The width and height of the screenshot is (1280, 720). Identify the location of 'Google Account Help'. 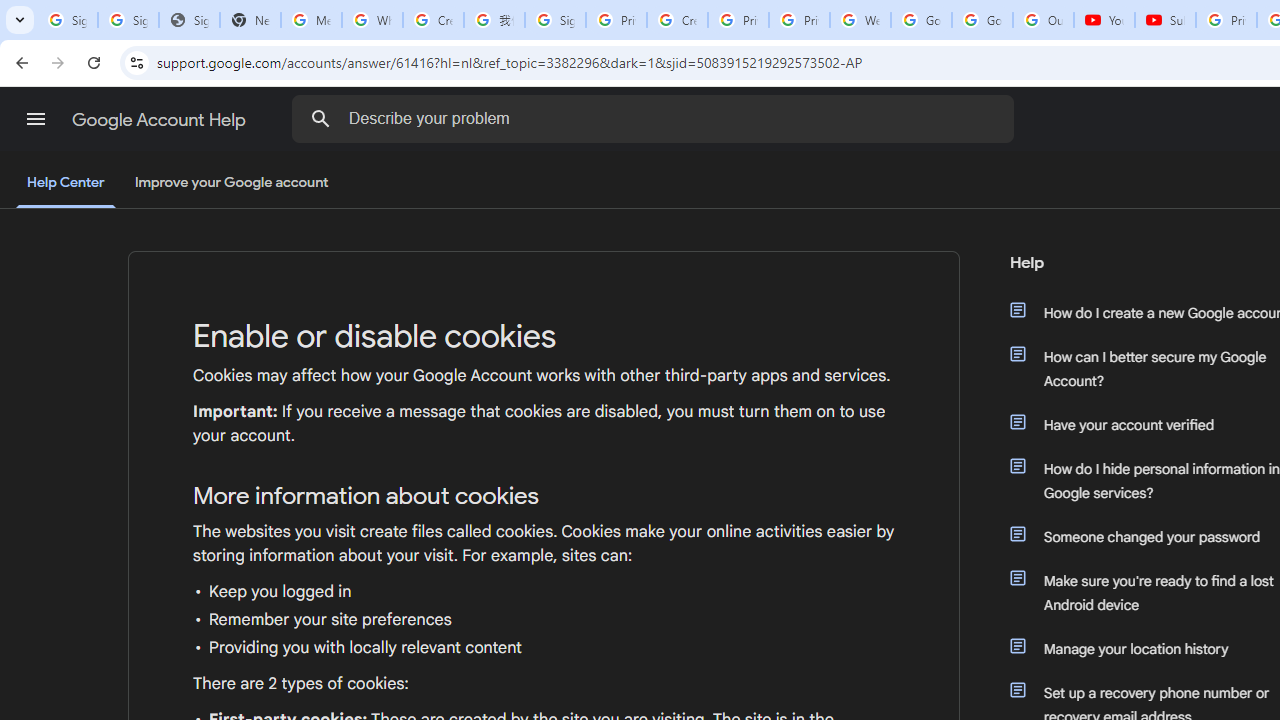
(160, 119).